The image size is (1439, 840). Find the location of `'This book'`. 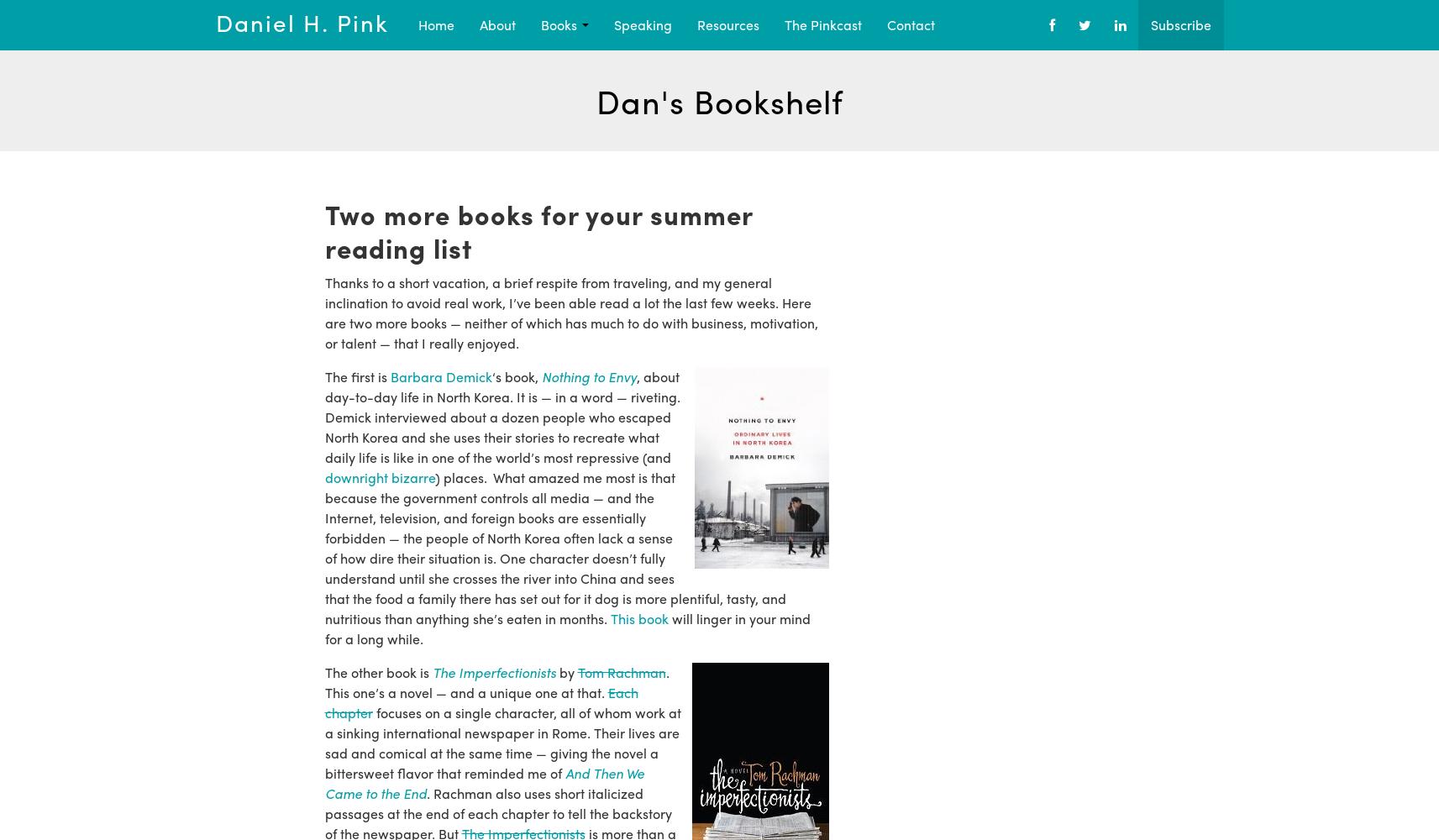

'This book' is located at coordinates (638, 617).